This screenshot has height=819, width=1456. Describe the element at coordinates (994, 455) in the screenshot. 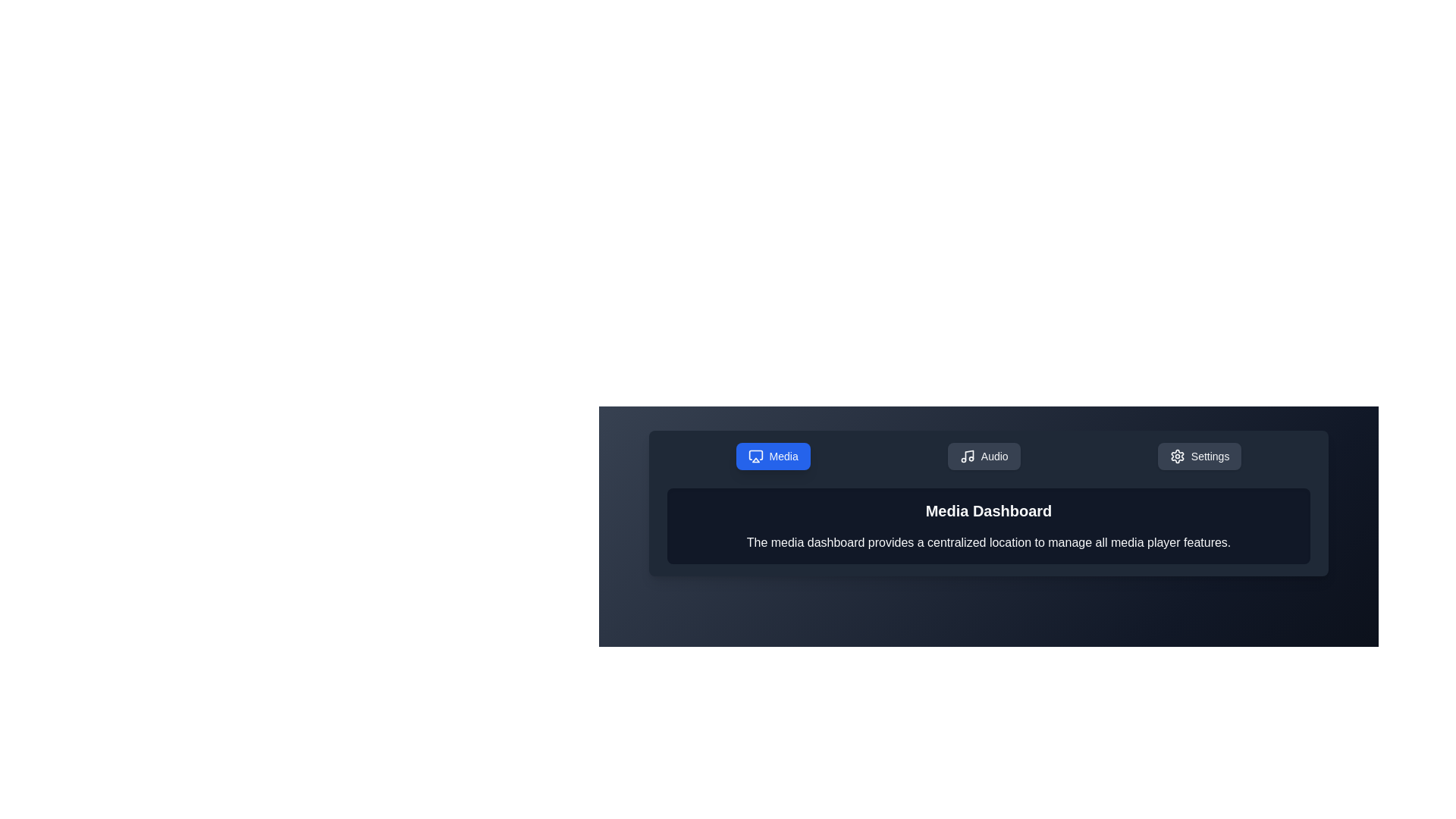

I see `the 'Audio' navigation button located in the horizontal navigation bar` at that location.